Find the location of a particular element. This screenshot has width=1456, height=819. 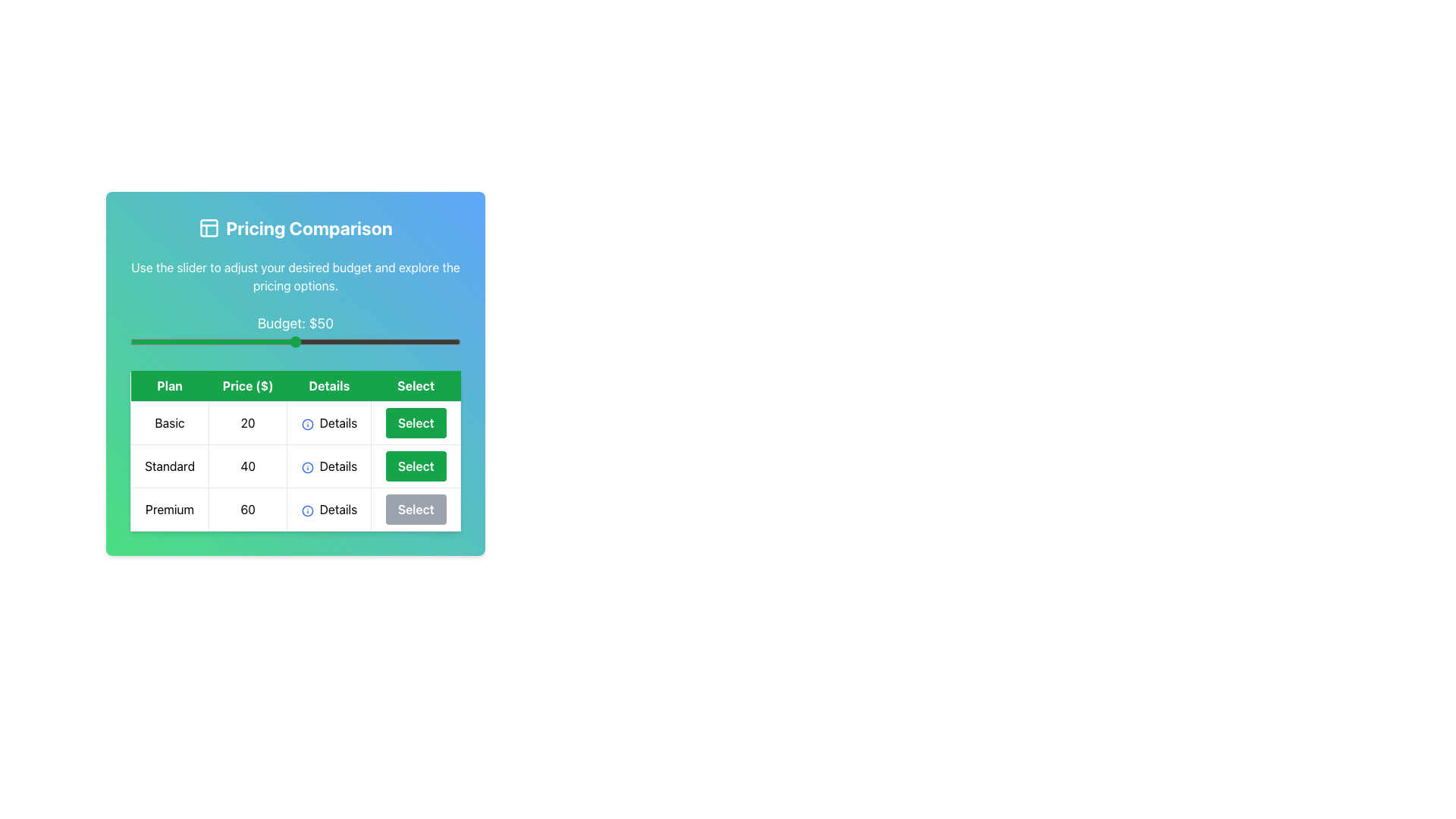

the 'Details' interactive text with an icon in the 'Standard' row of the pricing table is located at coordinates (295, 465).